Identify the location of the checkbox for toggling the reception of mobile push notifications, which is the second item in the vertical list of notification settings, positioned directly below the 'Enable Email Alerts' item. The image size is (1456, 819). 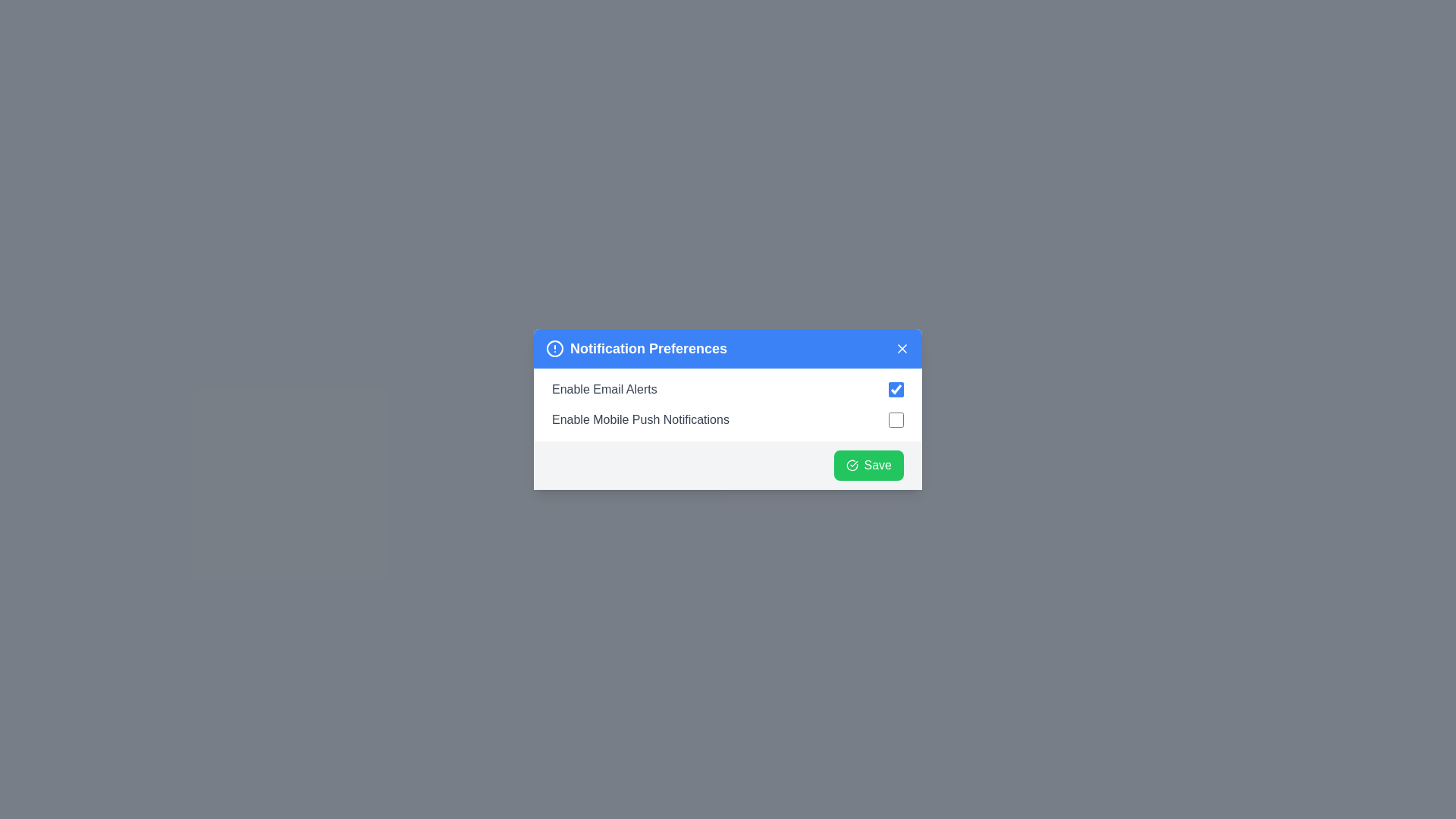
(728, 420).